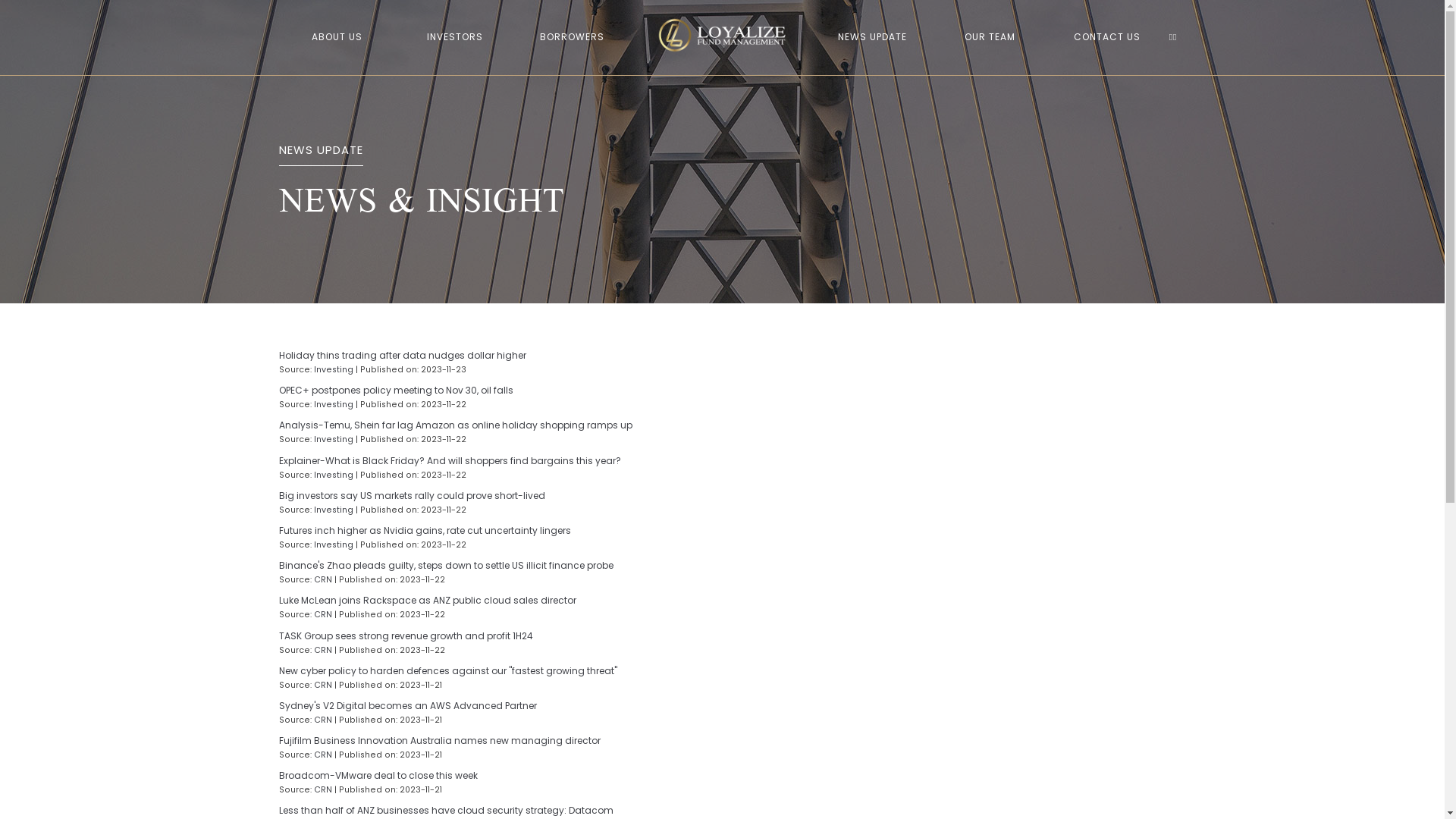 The height and width of the screenshot is (819, 1456). I want to click on 'ABOUT US', so click(311, 36).